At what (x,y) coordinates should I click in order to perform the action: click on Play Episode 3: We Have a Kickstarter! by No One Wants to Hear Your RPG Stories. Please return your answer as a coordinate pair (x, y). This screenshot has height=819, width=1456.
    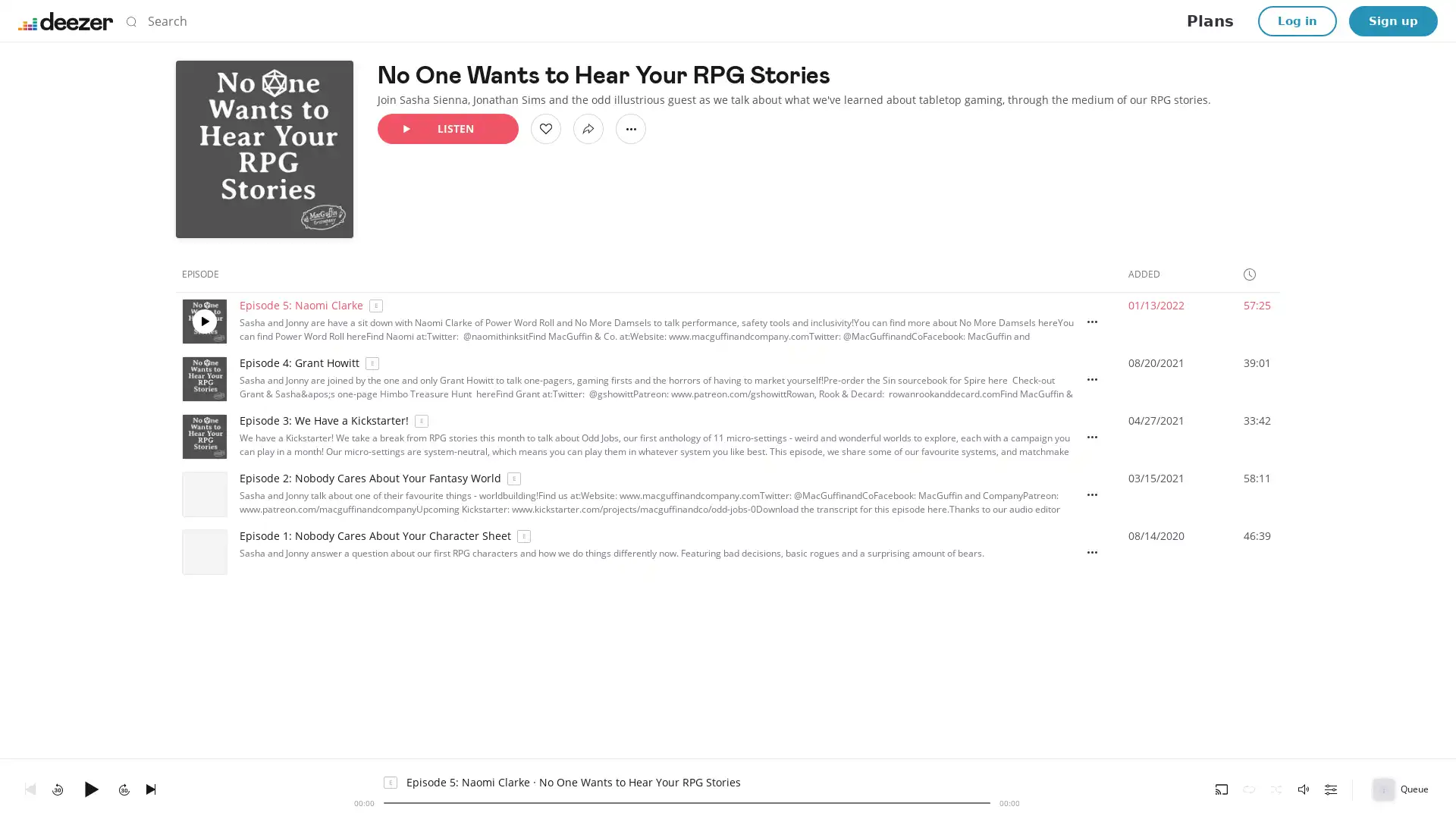
    Looking at the image, I should click on (203, 436).